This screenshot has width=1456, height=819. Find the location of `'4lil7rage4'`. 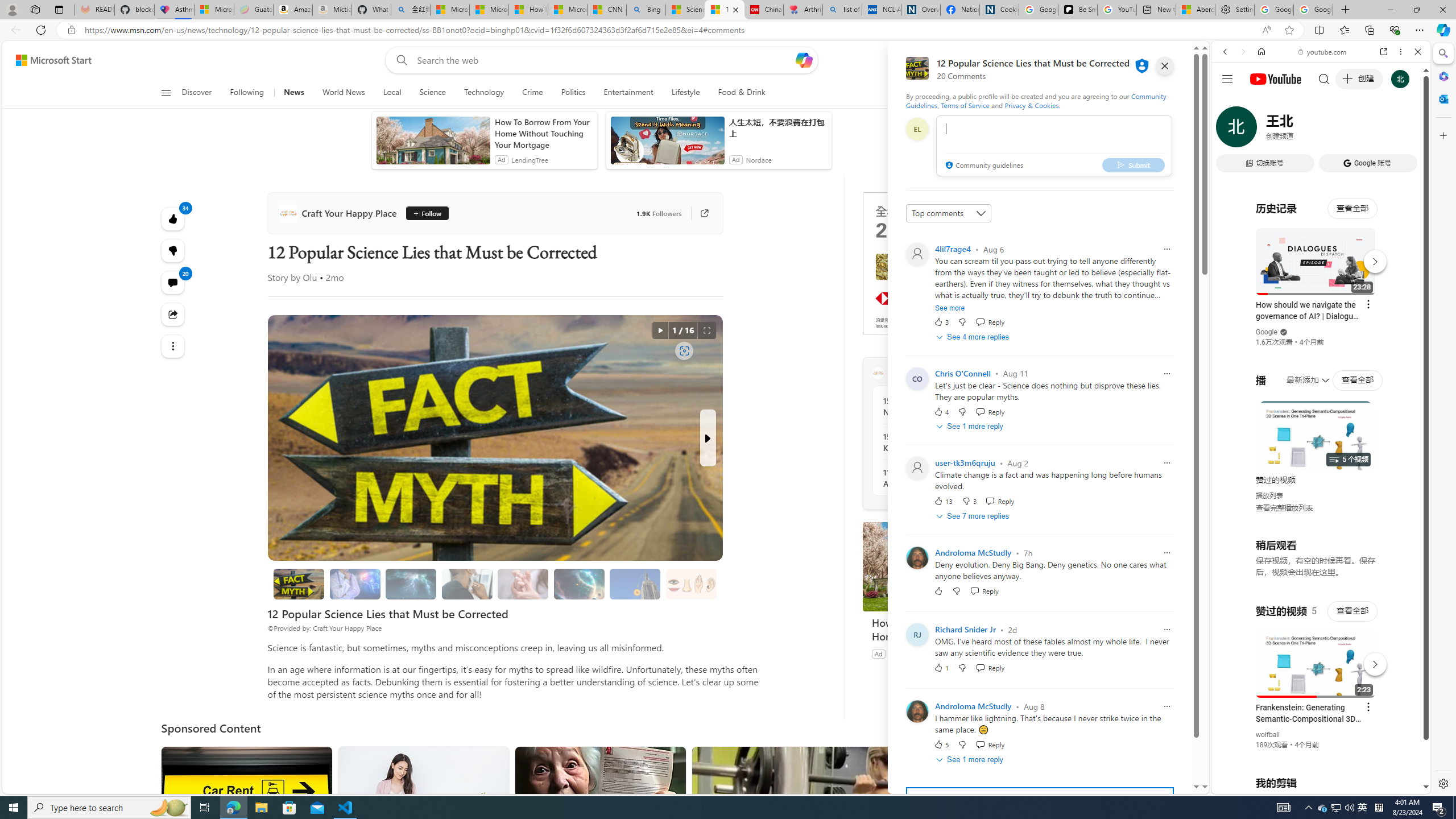

'4lil7rage4' is located at coordinates (953, 248).